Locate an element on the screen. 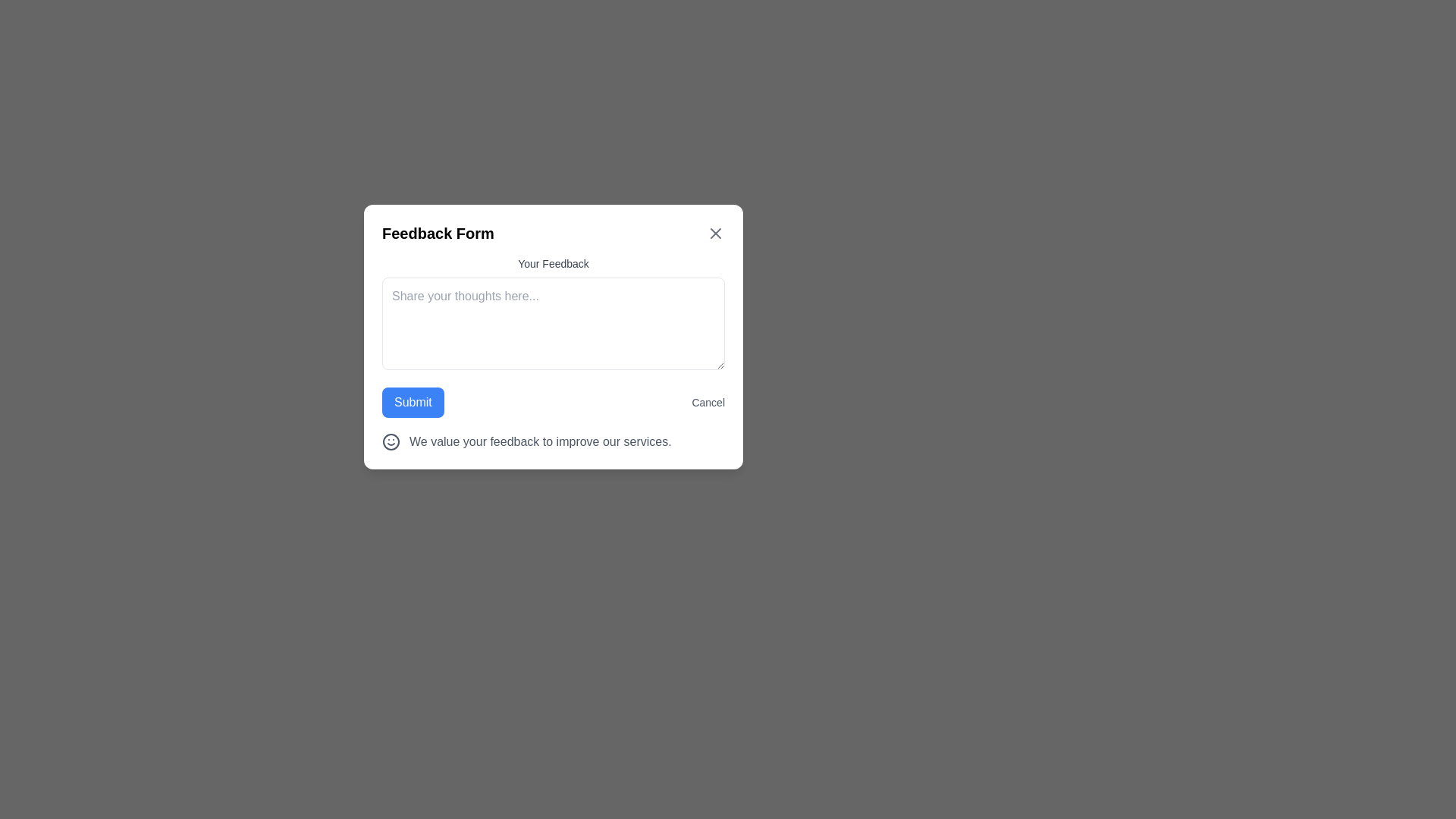  the cancel button located in the top-right corner of the modal interface is located at coordinates (708, 402).